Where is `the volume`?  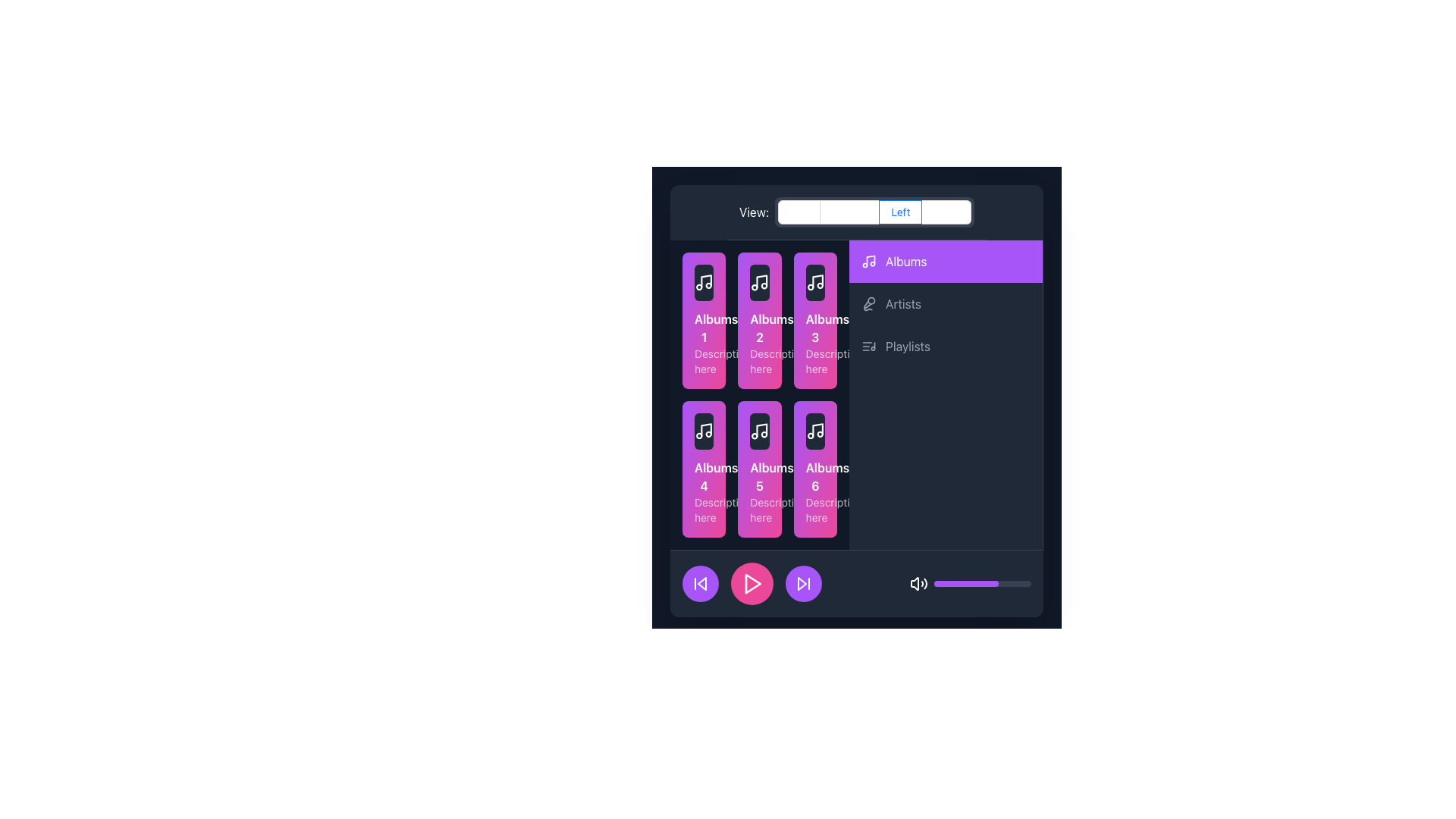
the volume is located at coordinates (941, 583).